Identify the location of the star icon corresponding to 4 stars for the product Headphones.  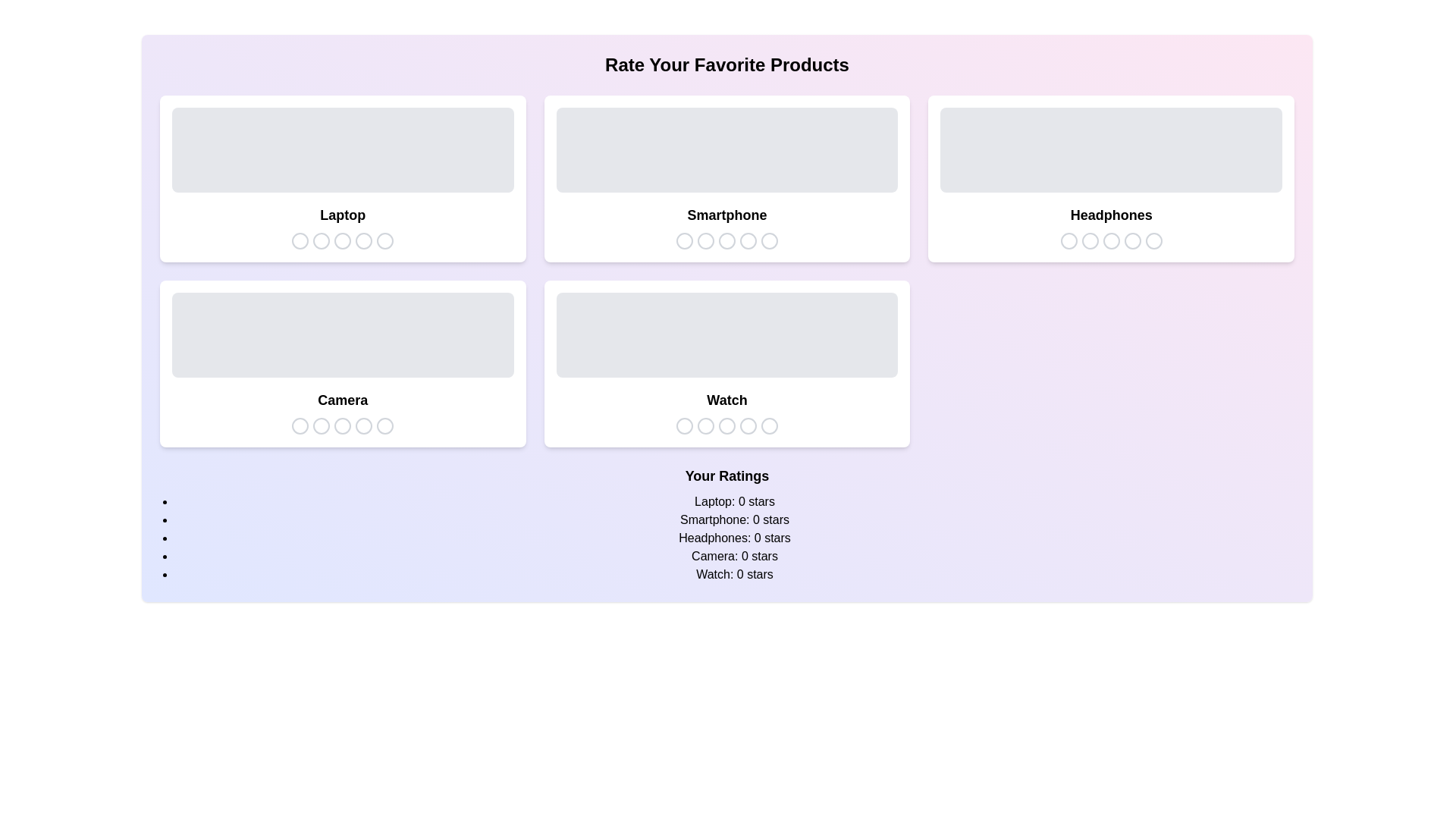
(1131, 240).